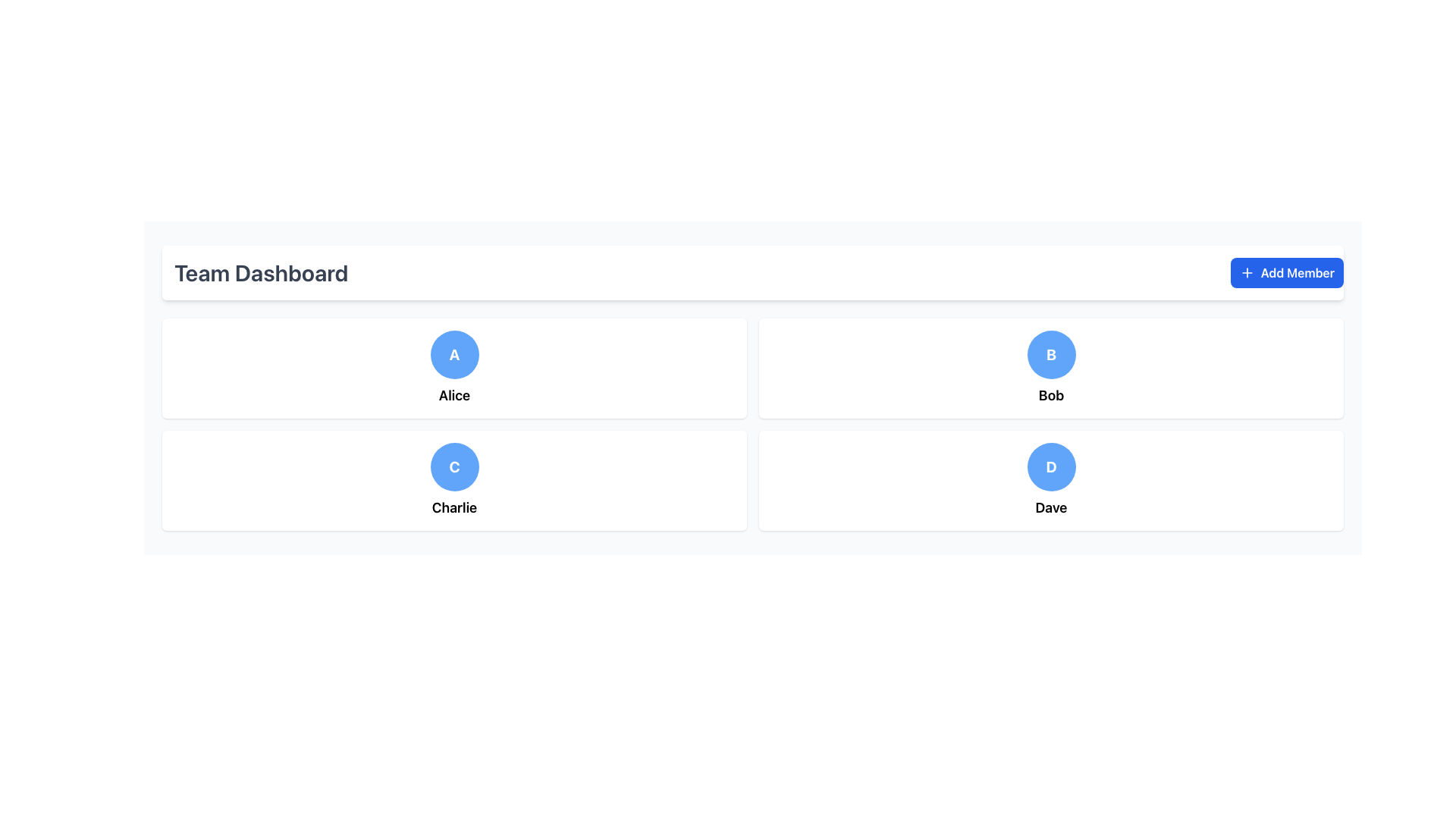  Describe the element at coordinates (453, 480) in the screenshot. I see `the information displayed on the Profile Card that showcases a letter icon and a name, located in the second row's first column of the grid layout` at that location.